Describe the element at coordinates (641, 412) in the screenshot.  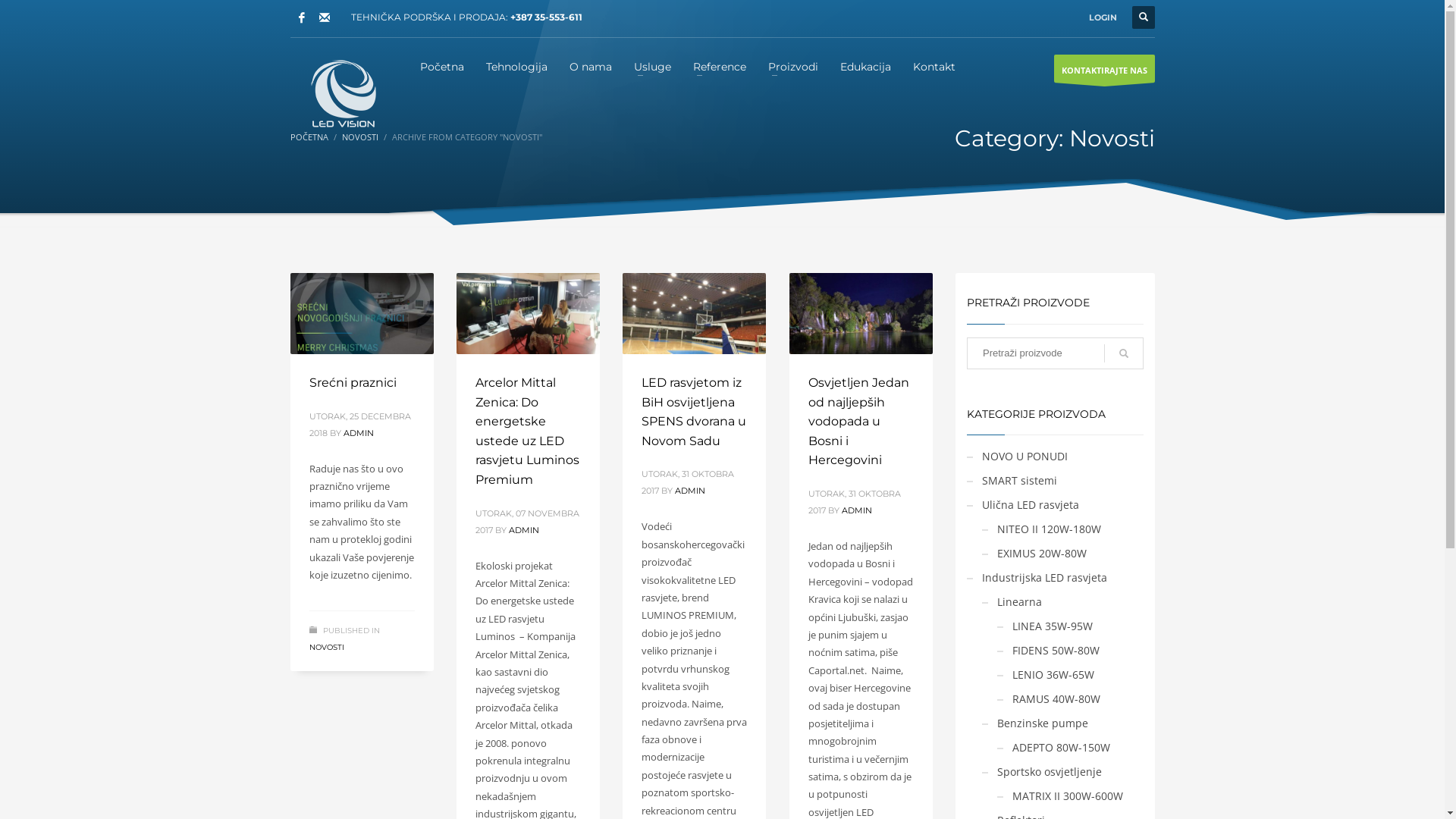
I see `'LED rasvjetom iz BiH osvijetljena SPENS dvorana u Novom Sadu'` at that location.